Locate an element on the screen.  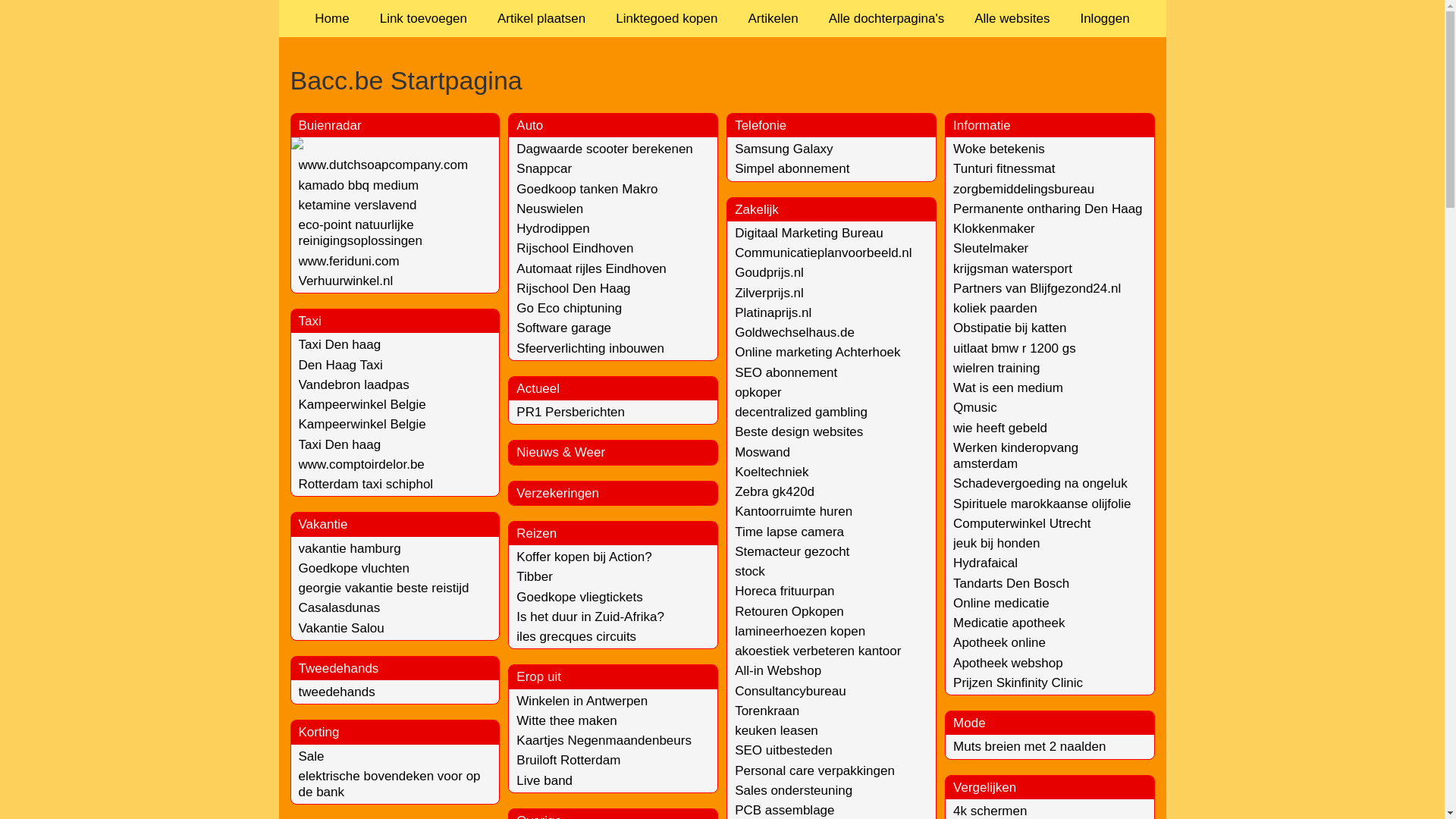
'Live band' is located at coordinates (544, 780).